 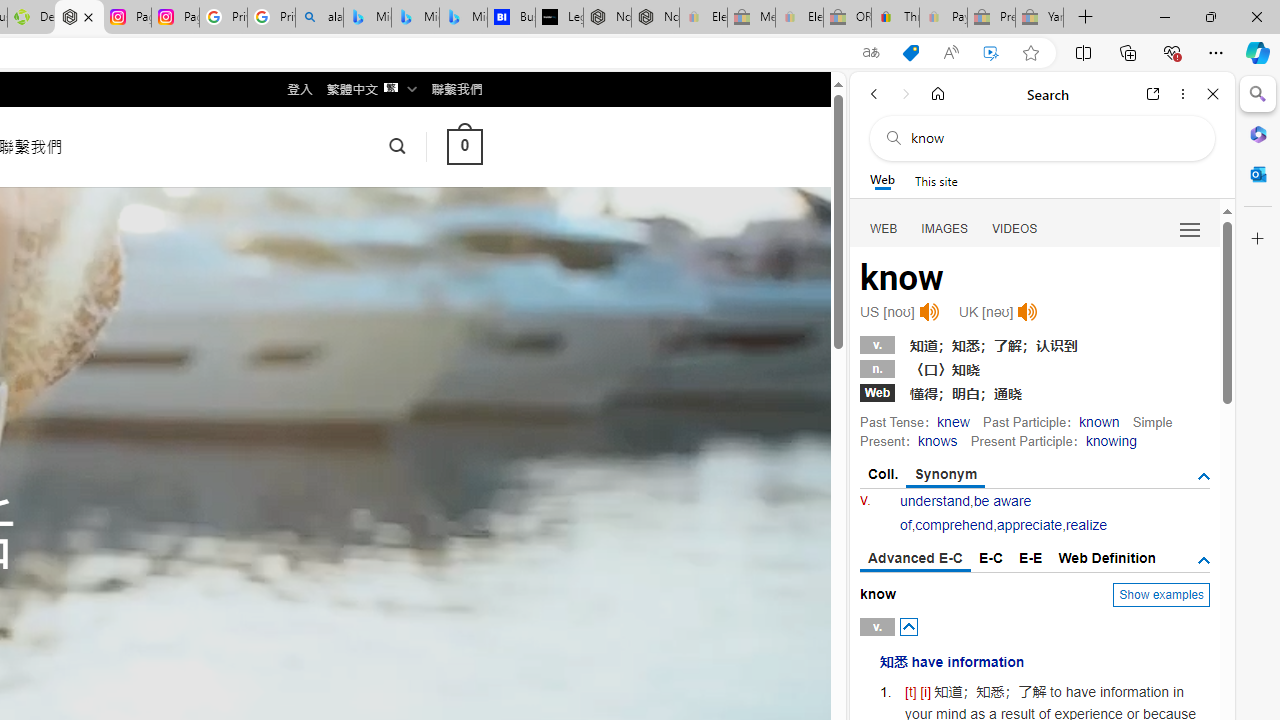 I want to click on 'Synonym', so click(x=944, y=475).